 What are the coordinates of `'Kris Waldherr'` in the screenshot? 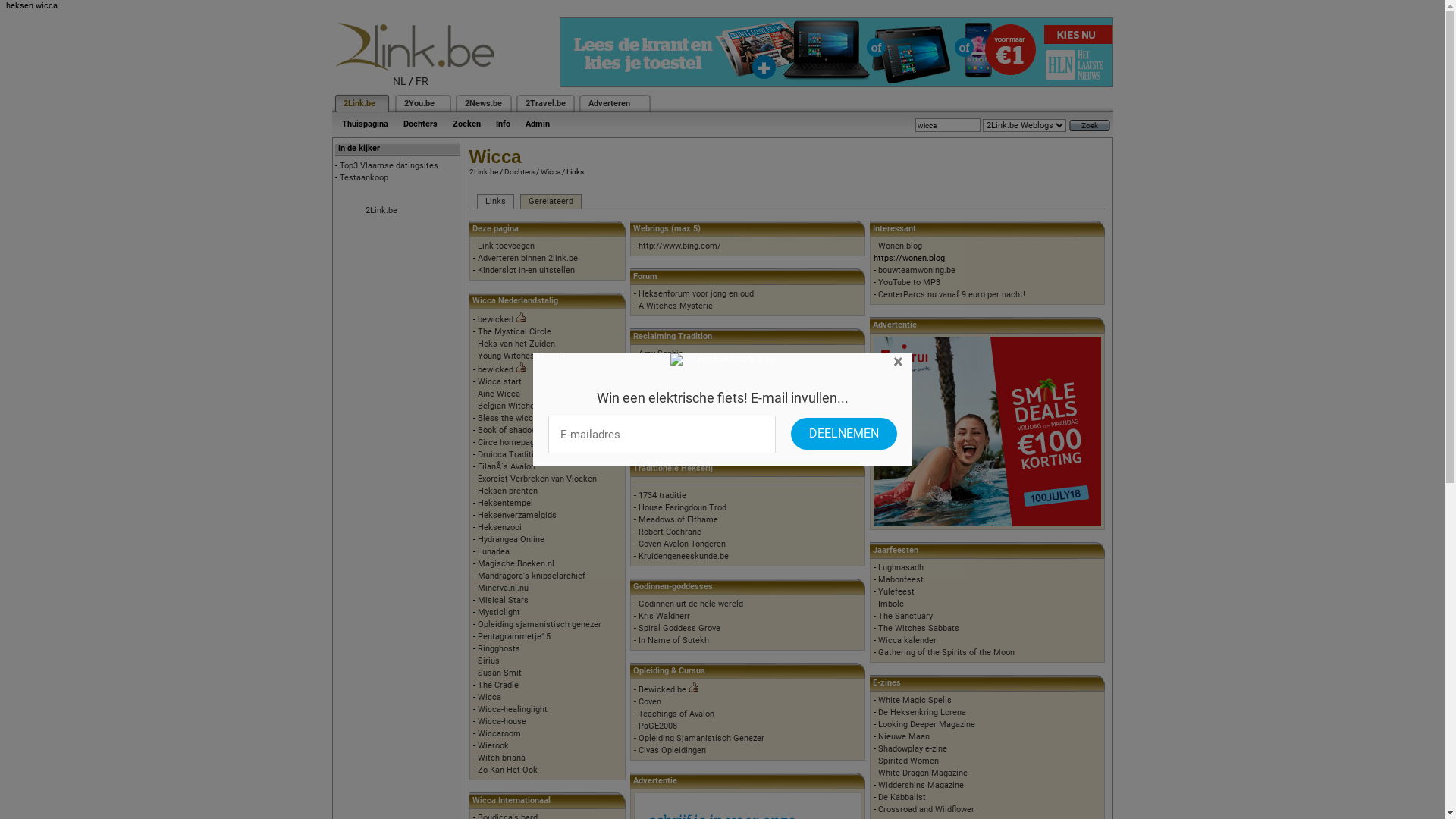 It's located at (664, 616).